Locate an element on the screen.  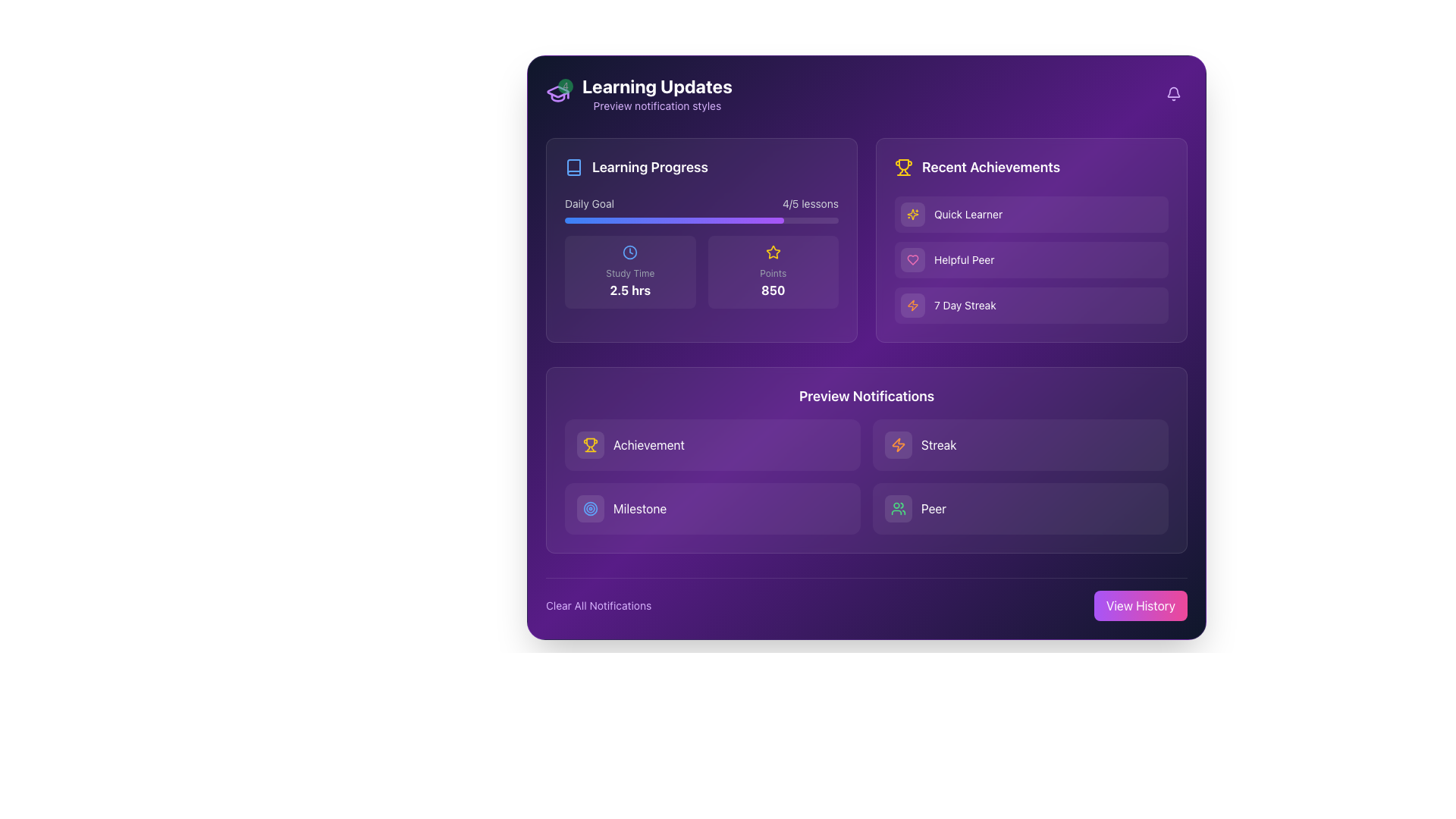
text label that says 'Recent Achievements', which is styled in large, bold white font against a purple background and located next to a trophy icon in the top-right area of the interface is located at coordinates (991, 167).